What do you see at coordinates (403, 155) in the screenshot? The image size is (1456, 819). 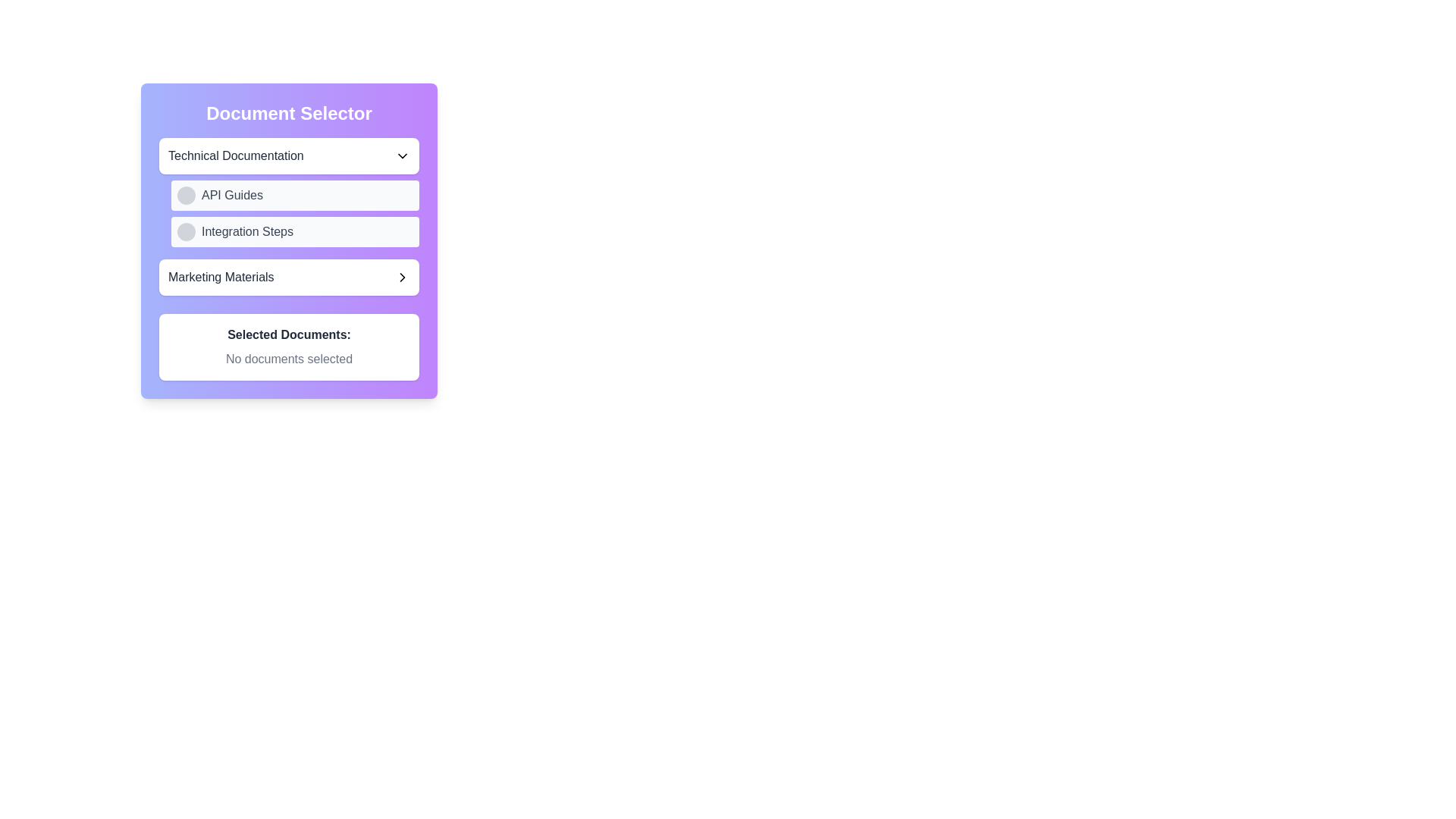 I see `the chevron-down icon in the 'Technical Documentation' section` at bounding box center [403, 155].